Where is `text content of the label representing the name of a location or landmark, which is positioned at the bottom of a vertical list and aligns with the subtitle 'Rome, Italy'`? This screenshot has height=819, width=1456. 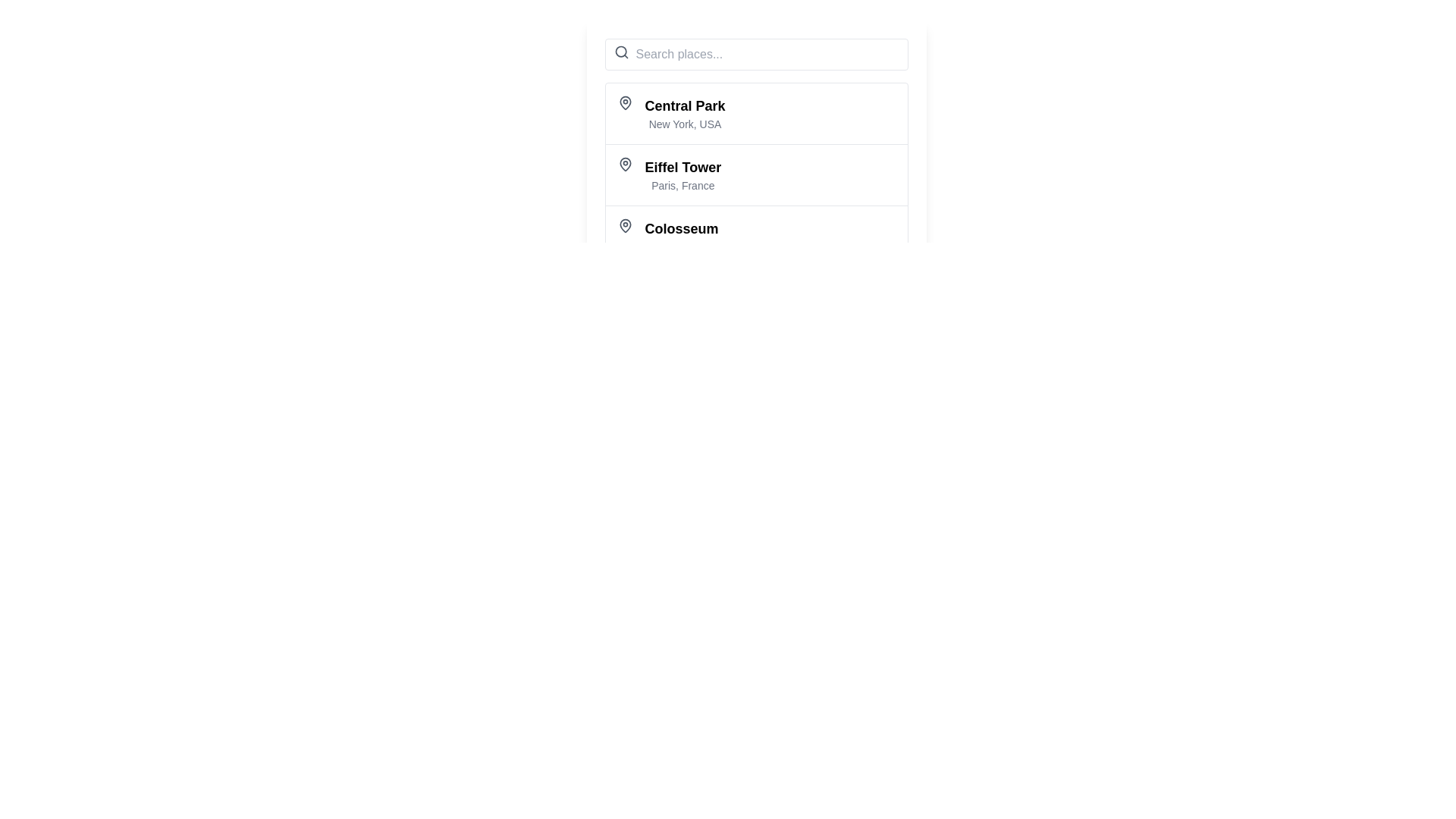 text content of the label representing the name of a location or landmark, which is positioned at the bottom of a vertical list and aligns with the subtitle 'Rome, Italy' is located at coordinates (680, 228).